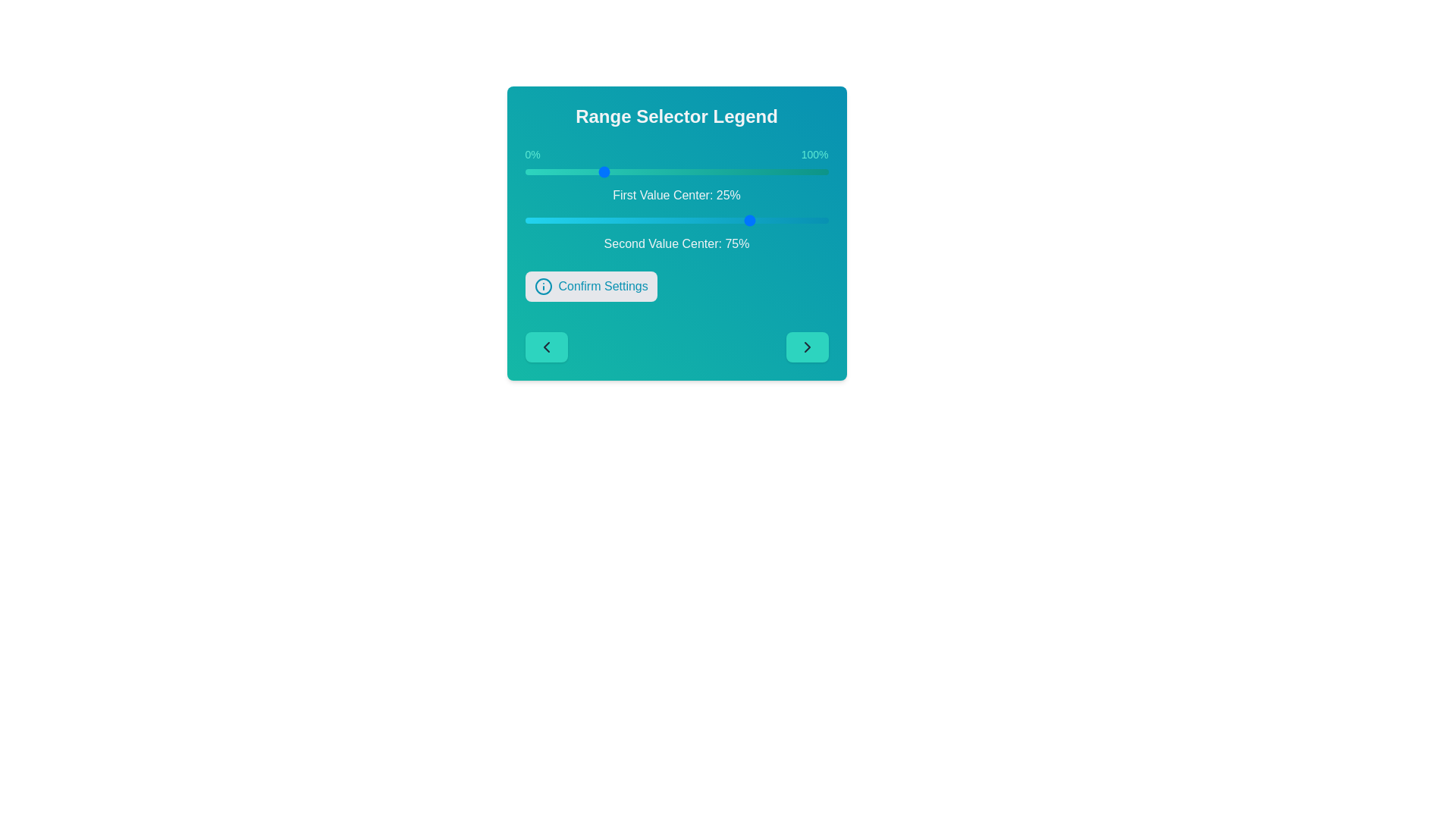  I want to click on the slider value, so click(560, 171).